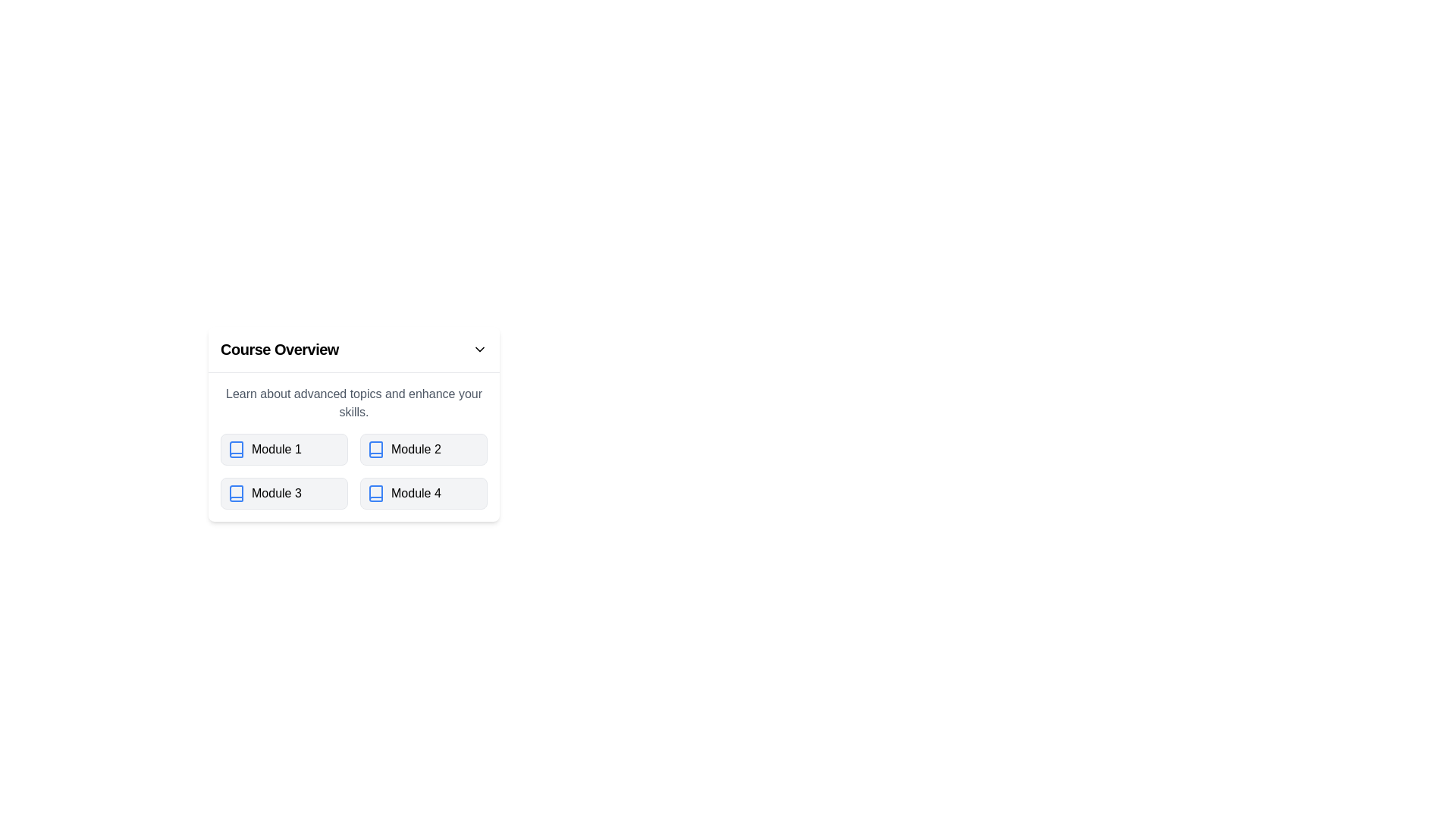 The width and height of the screenshot is (1456, 819). Describe the element at coordinates (284, 449) in the screenshot. I see `the 'Module 1' button, which is a rectangular button with a light gray background and an open book icon` at that location.